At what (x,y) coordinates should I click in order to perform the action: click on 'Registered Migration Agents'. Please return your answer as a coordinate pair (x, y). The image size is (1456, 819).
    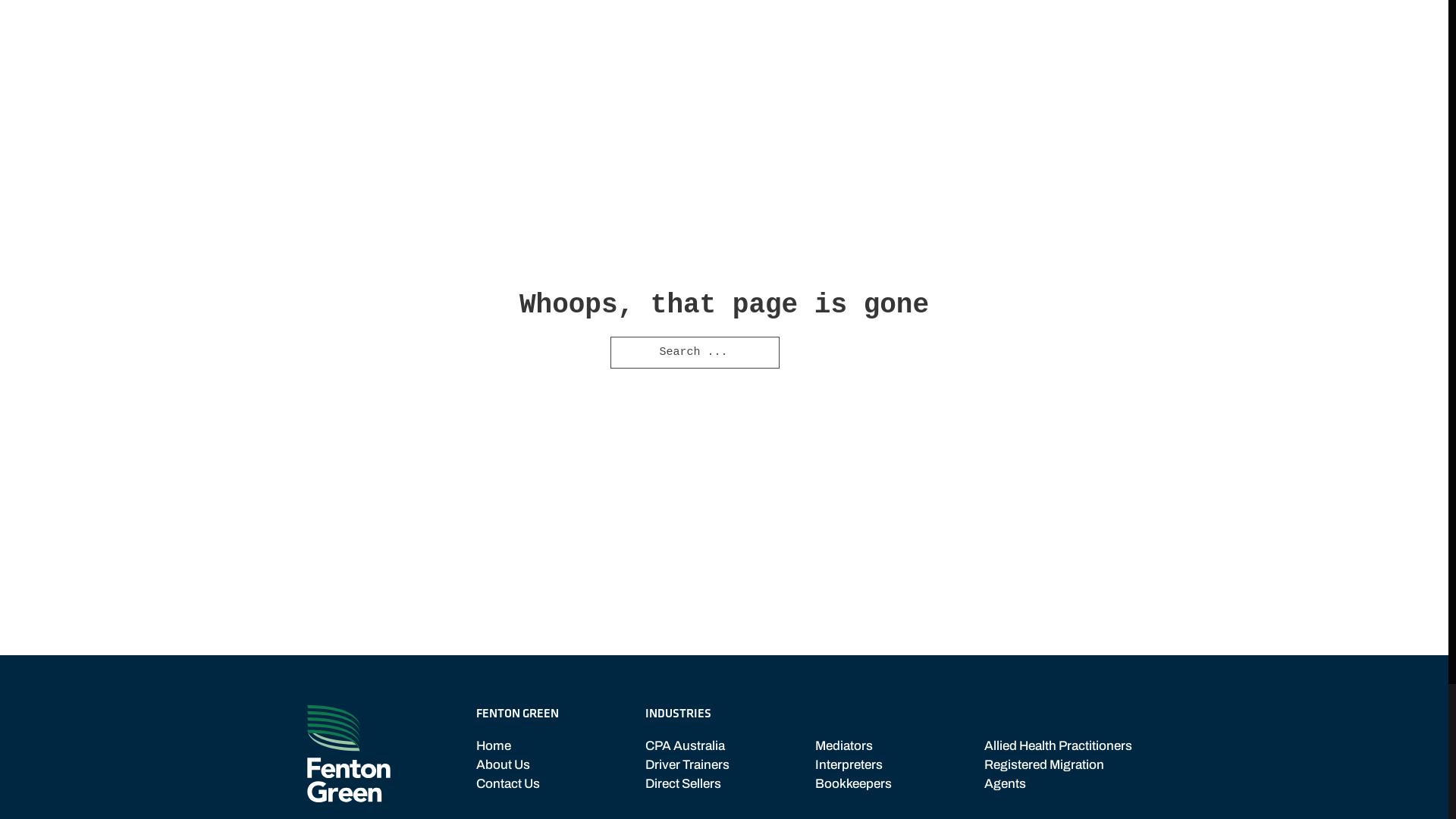
    Looking at the image, I should click on (984, 774).